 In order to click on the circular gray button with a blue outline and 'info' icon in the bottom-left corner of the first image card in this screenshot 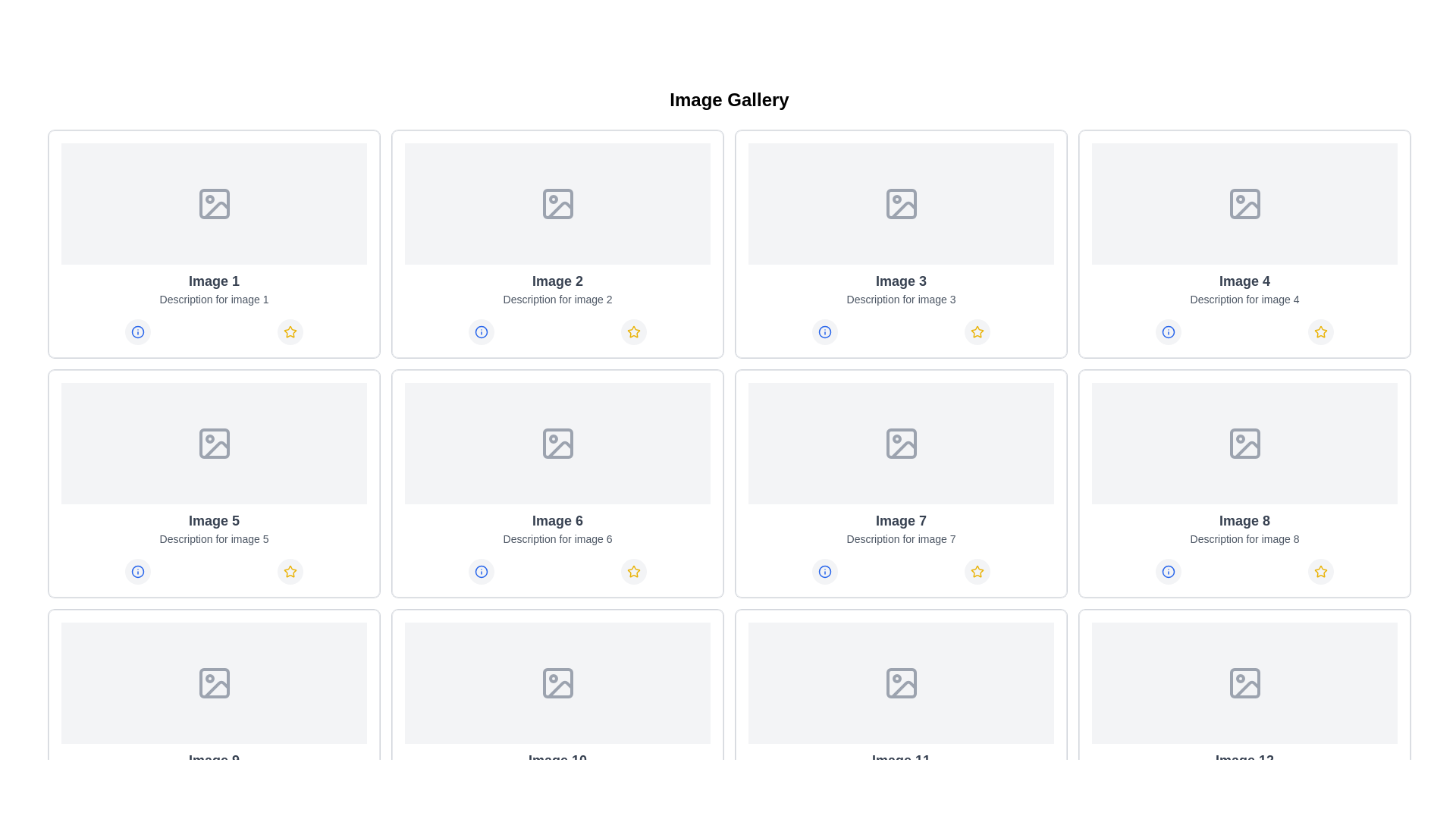, I will do `click(137, 331)`.